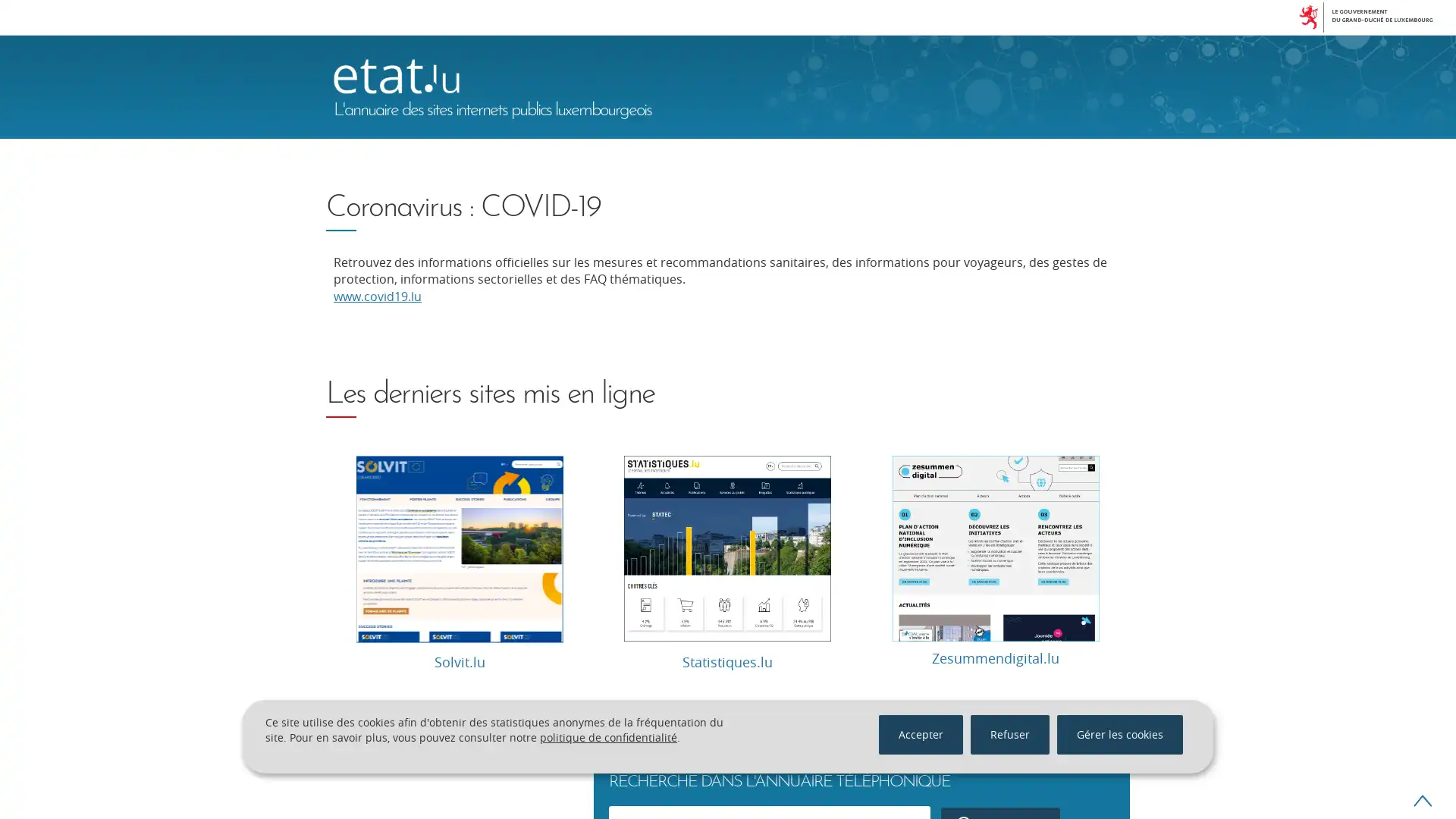 Image resolution: width=1456 pixels, height=819 pixels. What do you see at coordinates (1009, 733) in the screenshot?
I see `Refuser` at bounding box center [1009, 733].